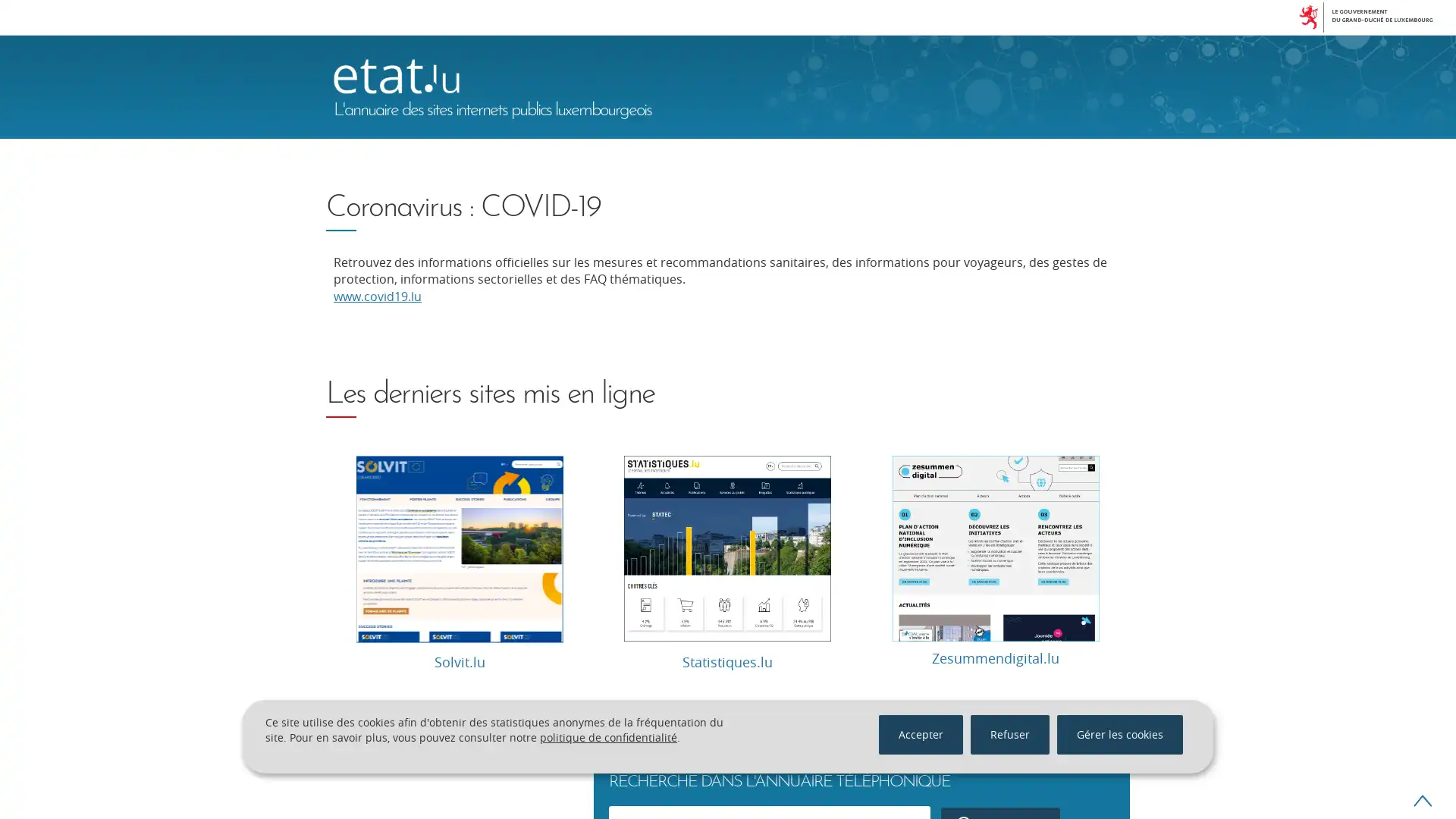 Image resolution: width=1456 pixels, height=819 pixels. What do you see at coordinates (1009, 733) in the screenshot?
I see `Refuser` at bounding box center [1009, 733].